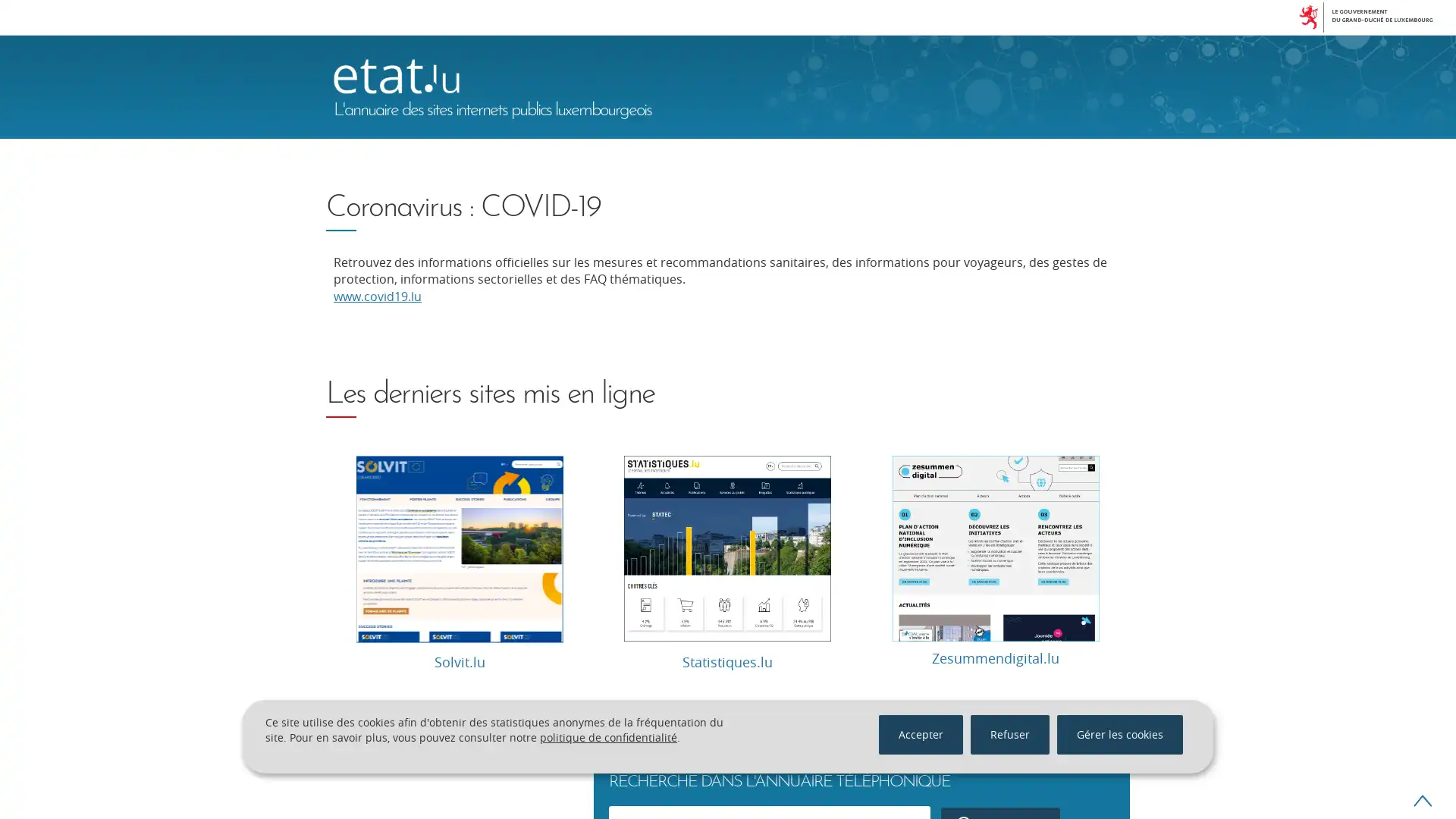 Image resolution: width=1456 pixels, height=819 pixels. What do you see at coordinates (1009, 733) in the screenshot?
I see `Refuser` at bounding box center [1009, 733].